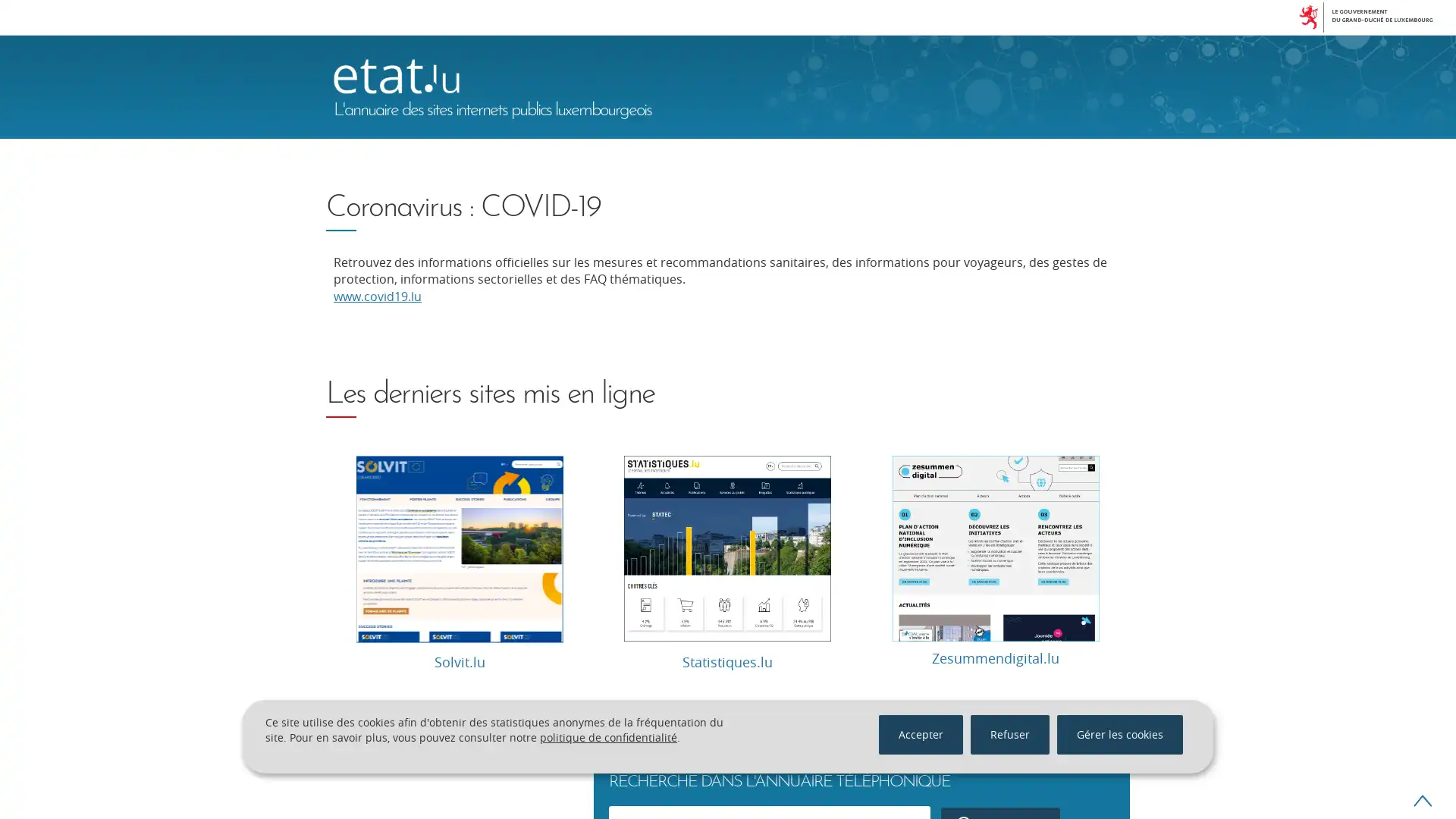 Image resolution: width=1456 pixels, height=819 pixels. What do you see at coordinates (1009, 733) in the screenshot?
I see `Refuser` at bounding box center [1009, 733].